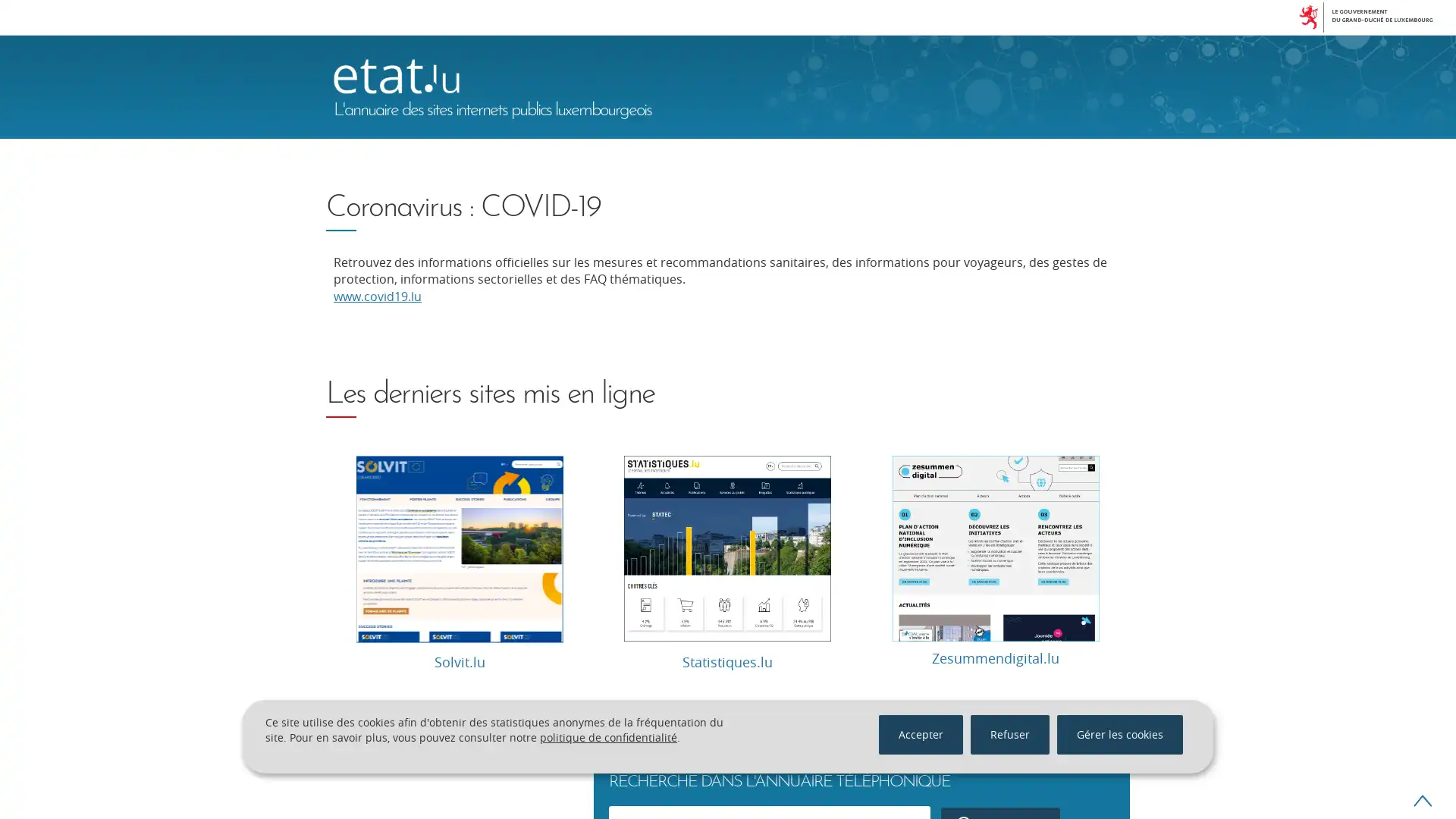 Image resolution: width=1456 pixels, height=819 pixels. What do you see at coordinates (1009, 733) in the screenshot?
I see `Refuser` at bounding box center [1009, 733].